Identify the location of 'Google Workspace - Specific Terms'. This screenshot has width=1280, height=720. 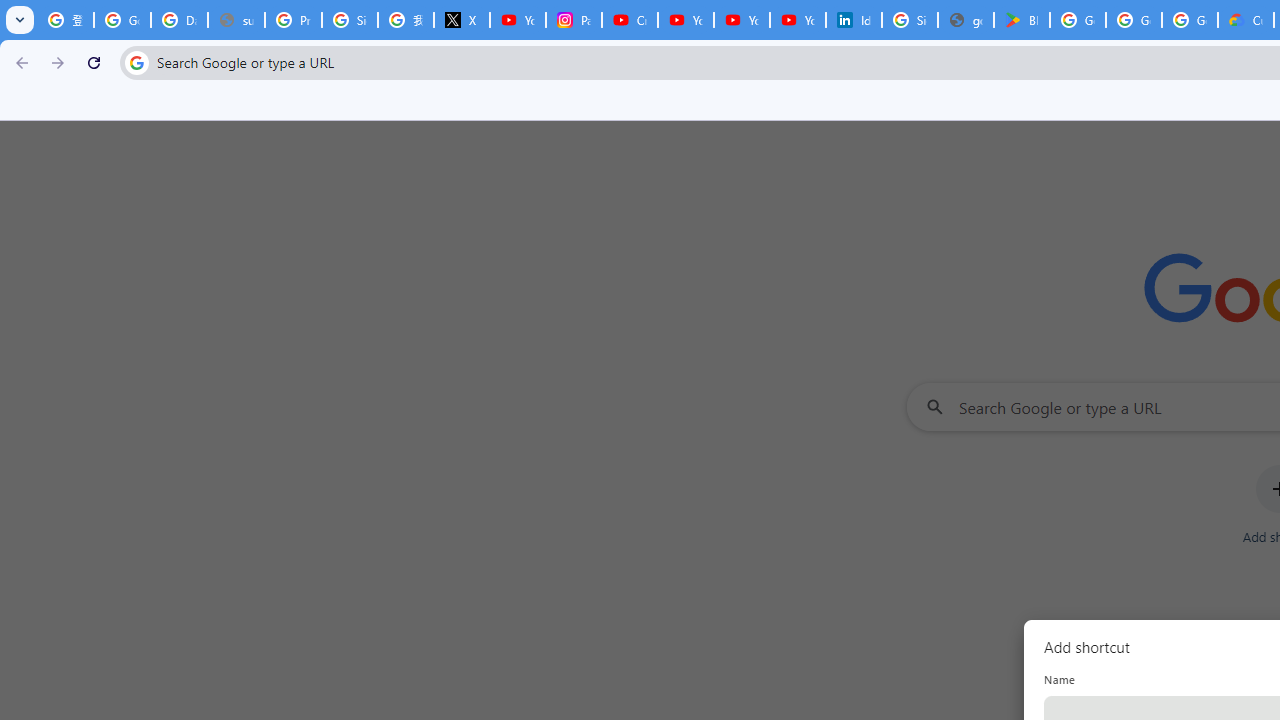
(1134, 20).